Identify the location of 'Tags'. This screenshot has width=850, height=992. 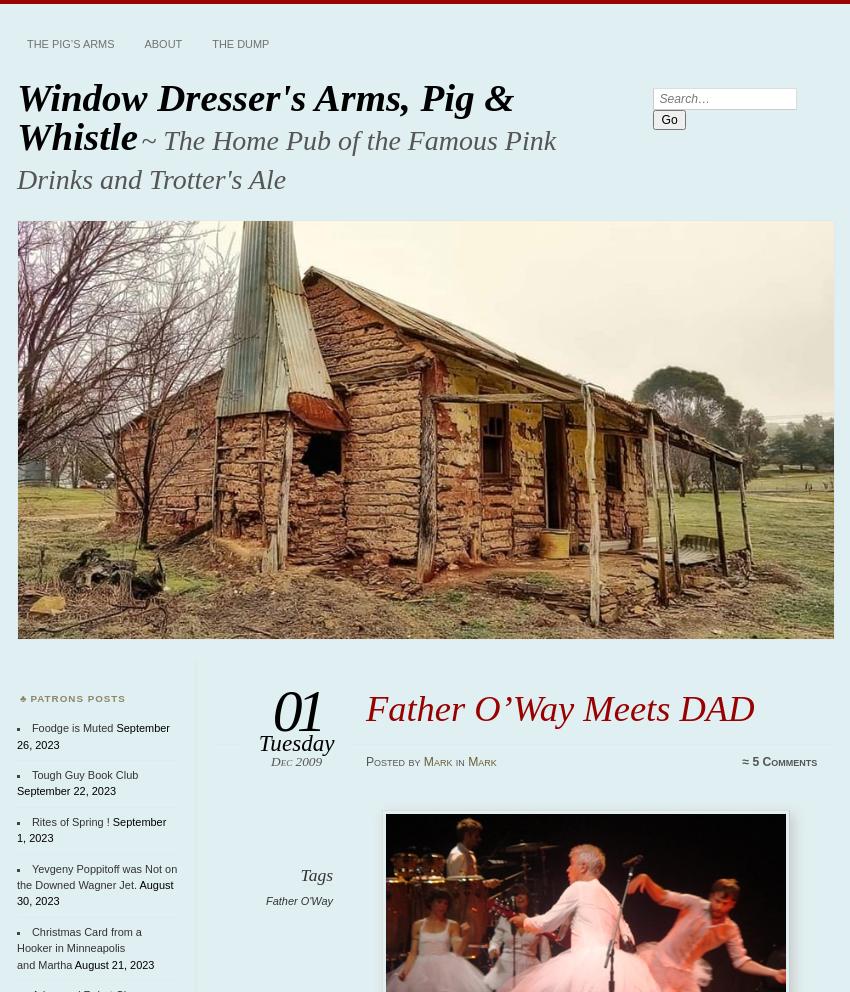
(299, 873).